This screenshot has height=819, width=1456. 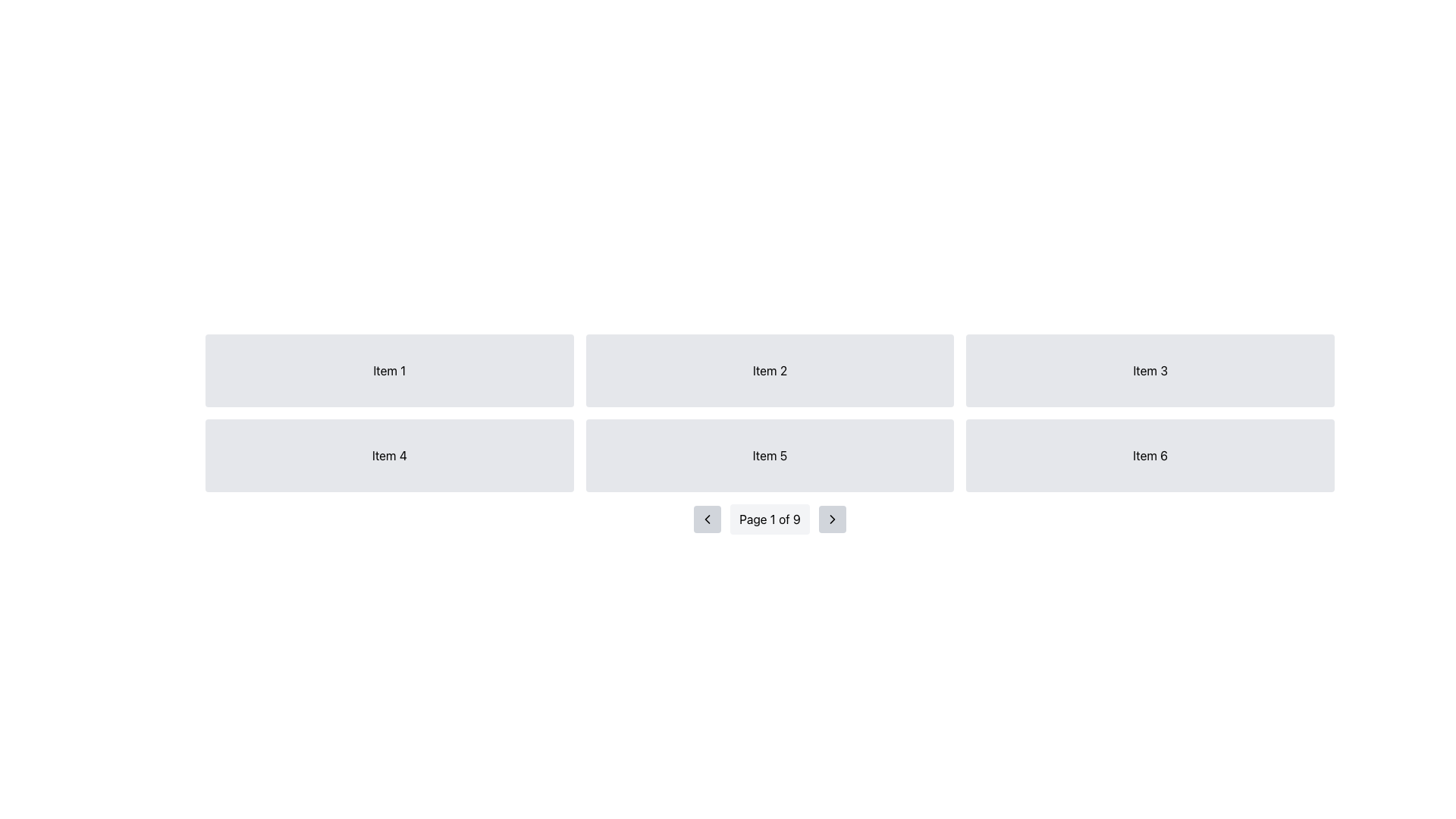 I want to click on the non-interactive label displaying 'Item 2', which is the second item in a grid layout positioned in the first row, middle column, so click(x=770, y=371).